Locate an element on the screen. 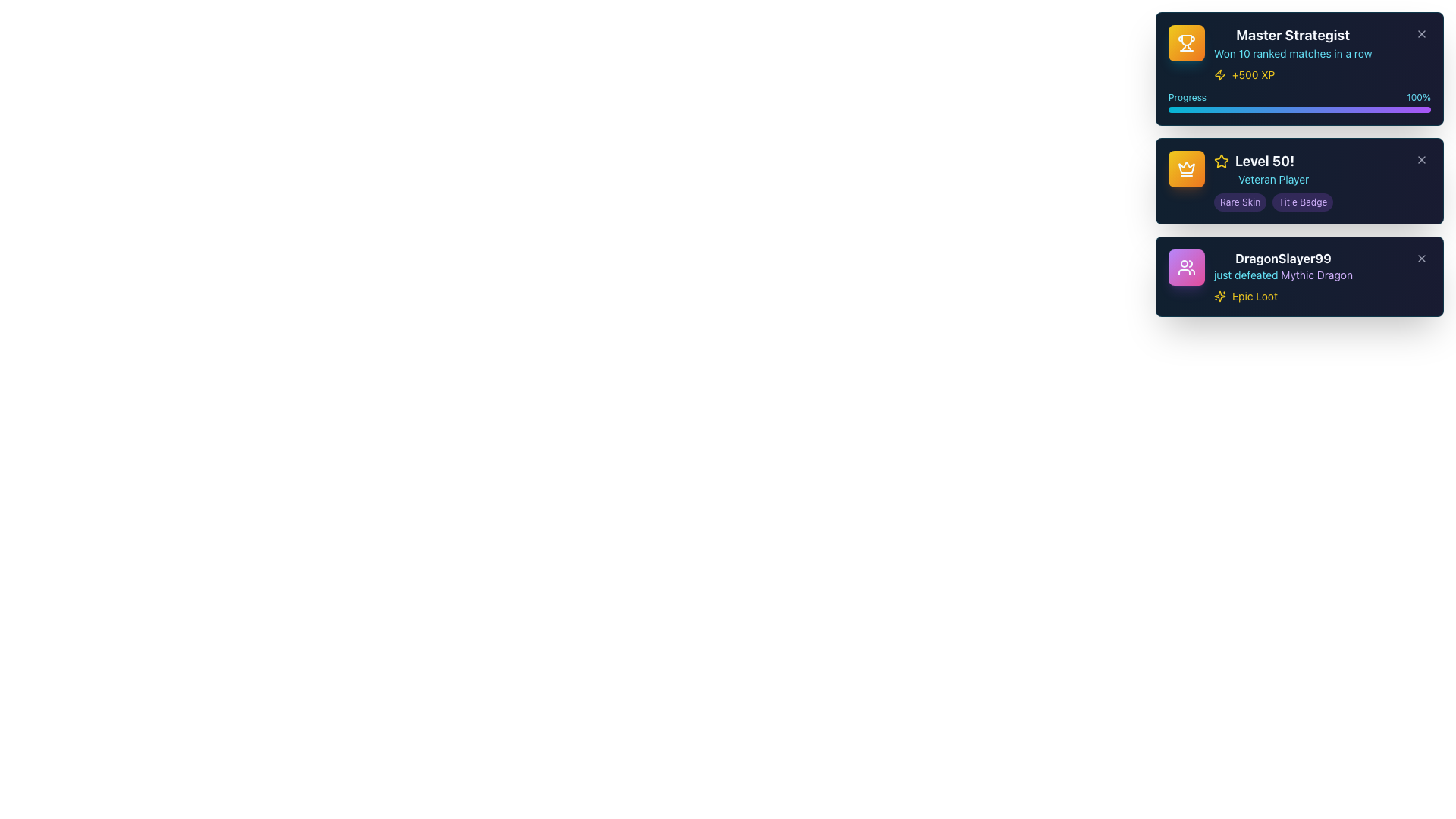 The image size is (1456, 819). the icon located at the top-left corner of the 'Master Strategist' achievement card, which serves as an emblem for the content of the card is located at coordinates (1185, 42).